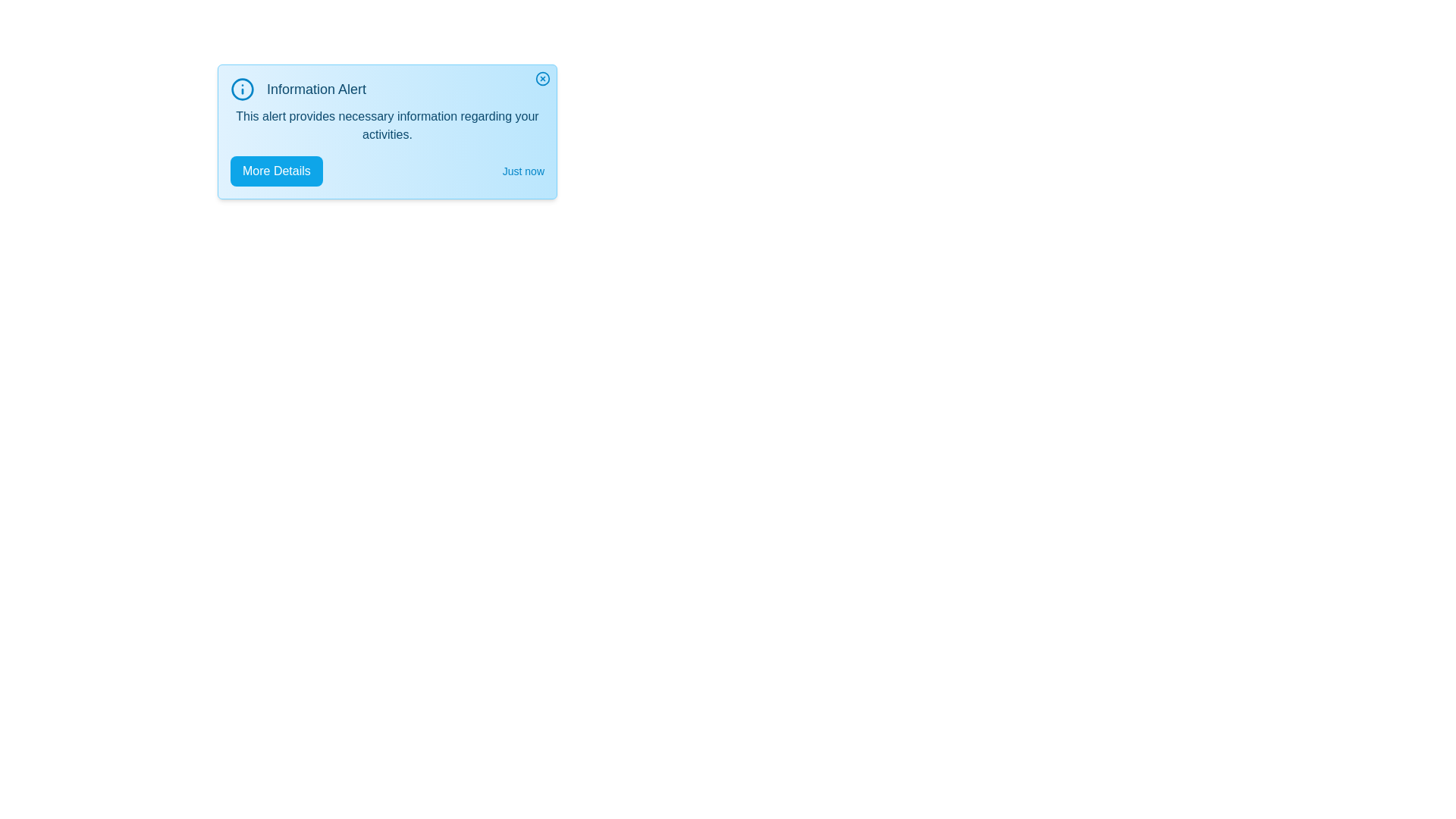 This screenshot has height=819, width=1456. Describe the element at coordinates (542, 79) in the screenshot. I see `the close button located at the top-right corner of the alert` at that location.